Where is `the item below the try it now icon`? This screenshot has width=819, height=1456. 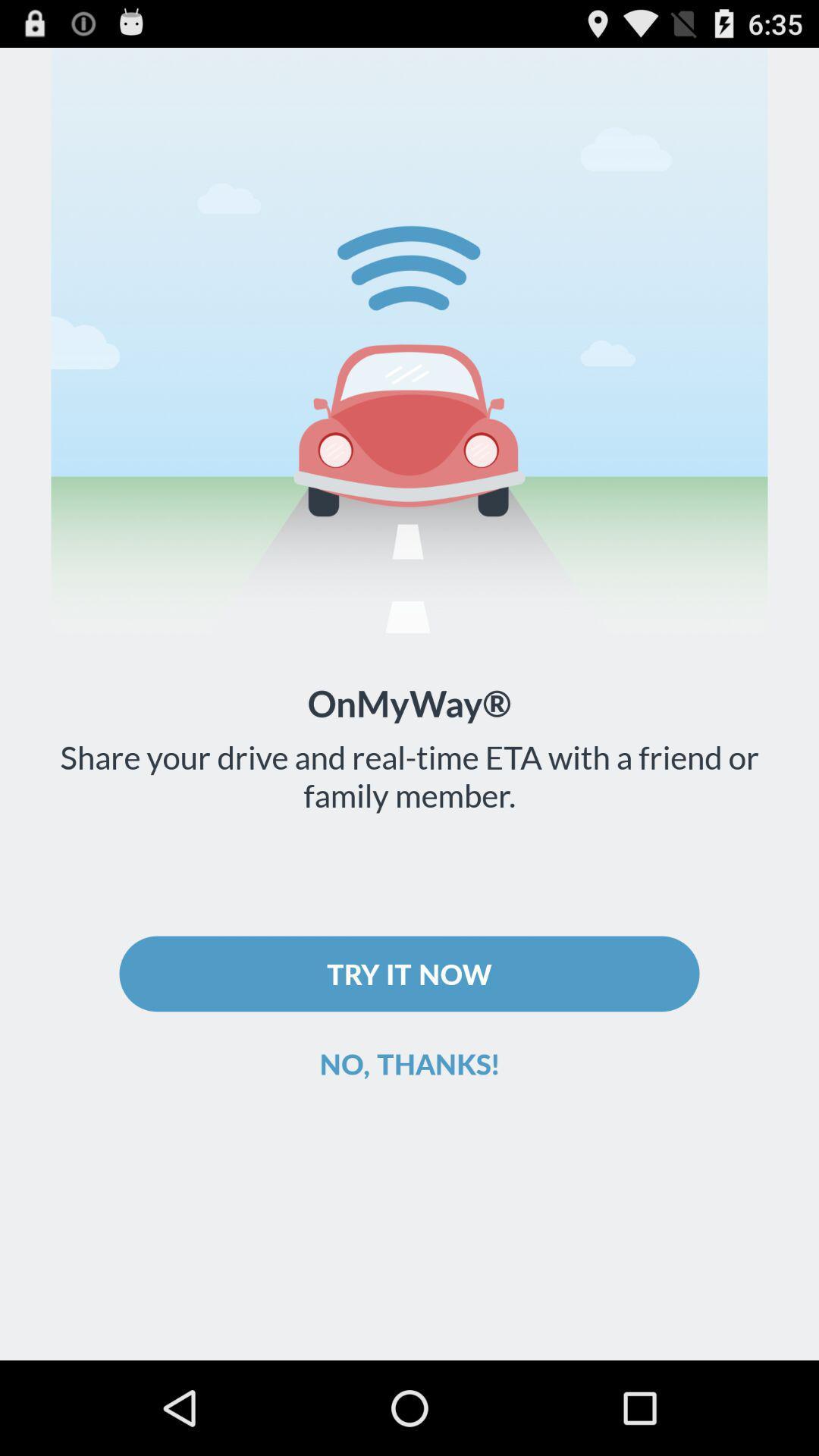 the item below the try it now icon is located at coordinates (409, 1062).